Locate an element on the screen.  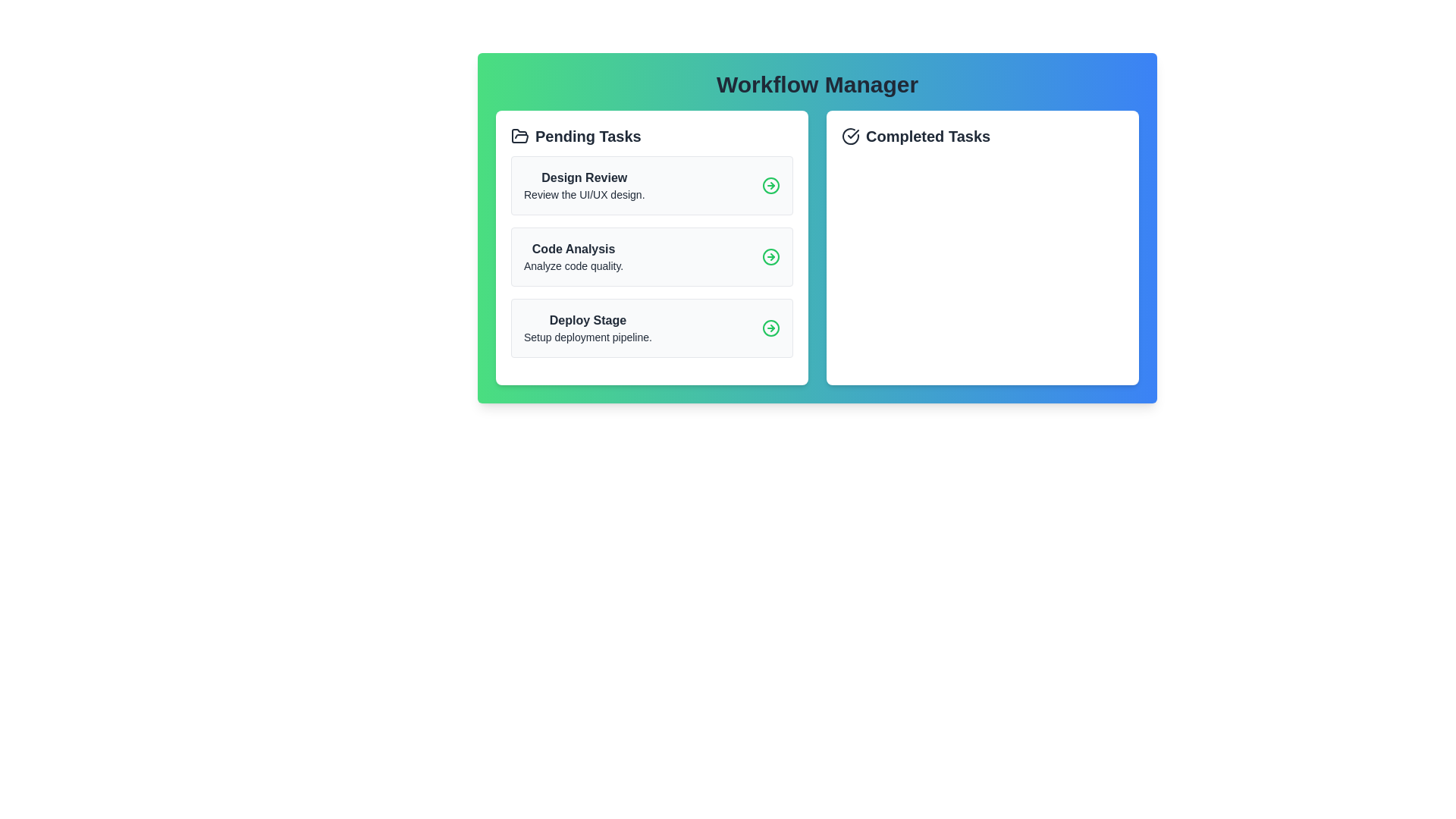
the text element reading 'Setup deployment pipeline.' which is located beneath the bold title 'Deploy Stage' in the 'Pending Tasks' section is located at coordinates (587, 336).